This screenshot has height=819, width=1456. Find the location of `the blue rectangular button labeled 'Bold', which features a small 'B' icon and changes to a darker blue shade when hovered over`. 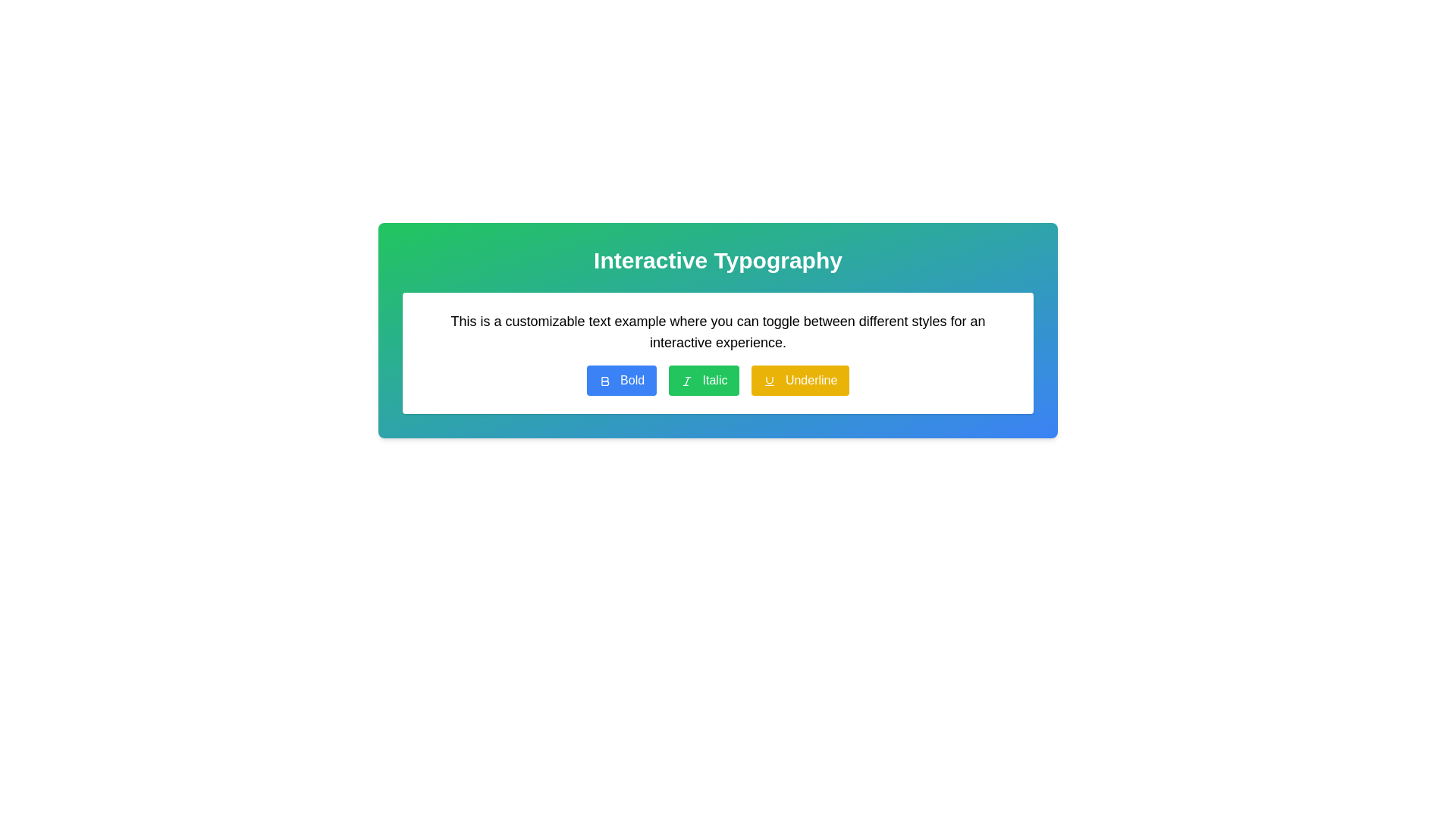

the blue rectangular button labeled 'Bold', which features a small 'B' icon and changes to a darker blue shade when hovered over is located at coordinates (621, 379).